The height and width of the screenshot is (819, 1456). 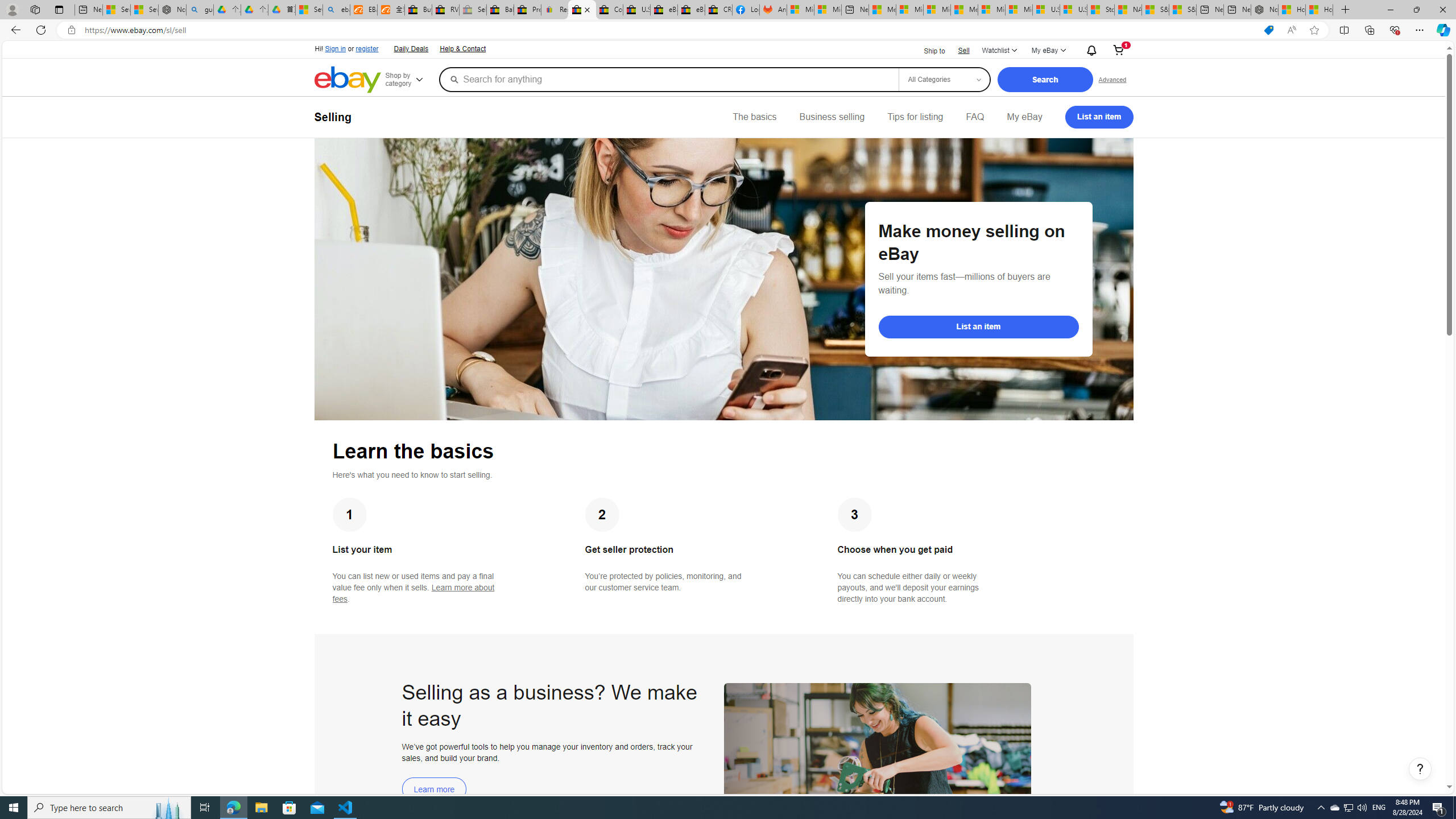 What do you see at coordinates (1118, 50) in the screenshot?
I see `'Expand Cart'` at bounding box center [1118, 50].